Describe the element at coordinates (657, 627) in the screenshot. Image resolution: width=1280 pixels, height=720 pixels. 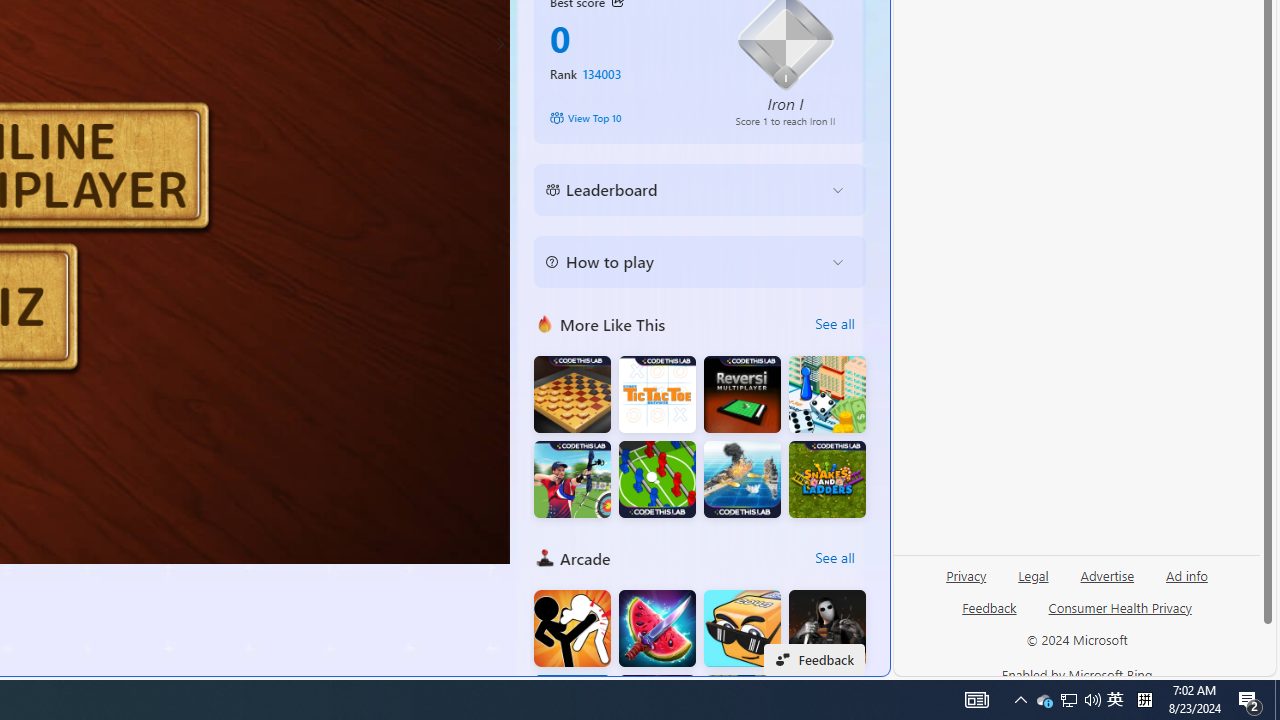
I see `'Fruit Chopper'` at that location.